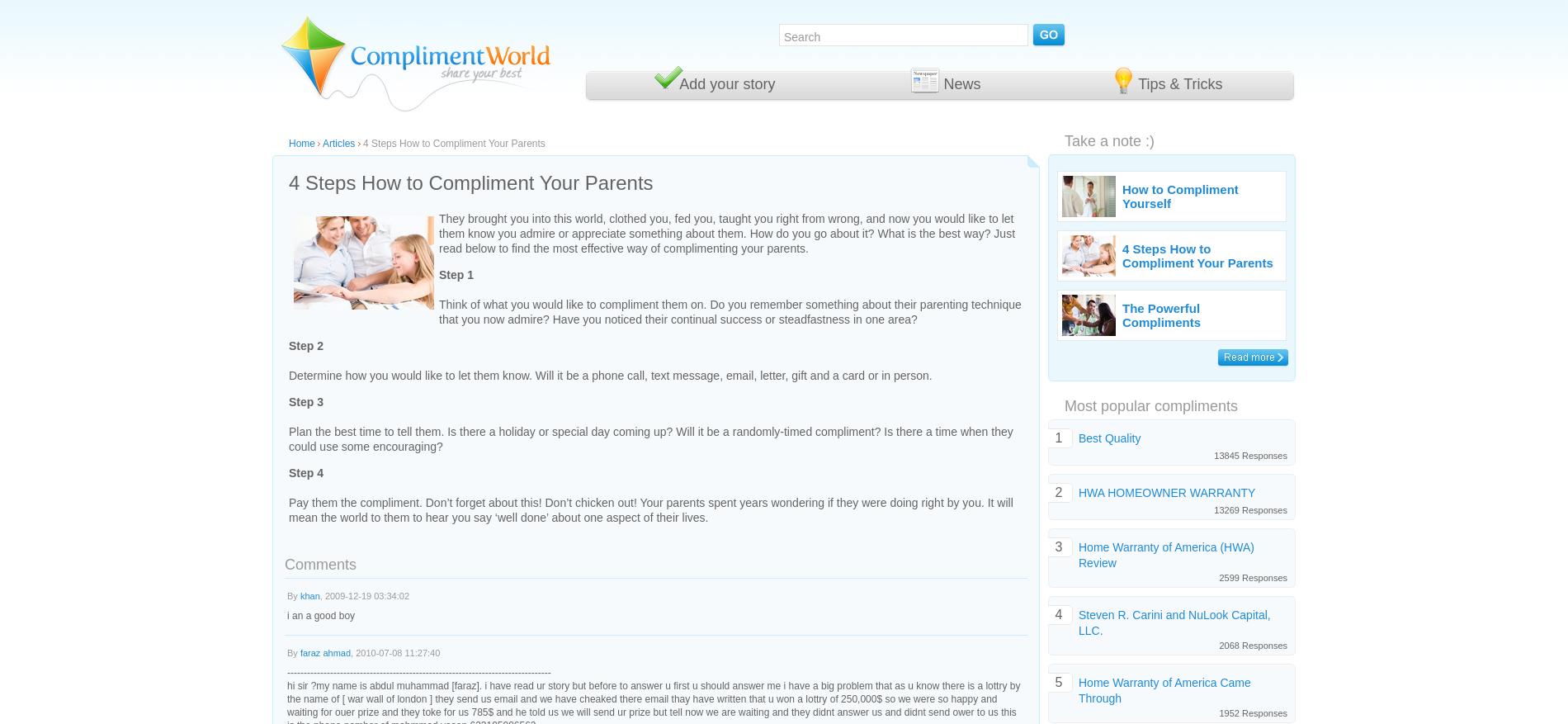 The image size is (1568, 724). Describe the element at coordinates (338, 143) in the screenshot. I see `'Articles'` at that location.